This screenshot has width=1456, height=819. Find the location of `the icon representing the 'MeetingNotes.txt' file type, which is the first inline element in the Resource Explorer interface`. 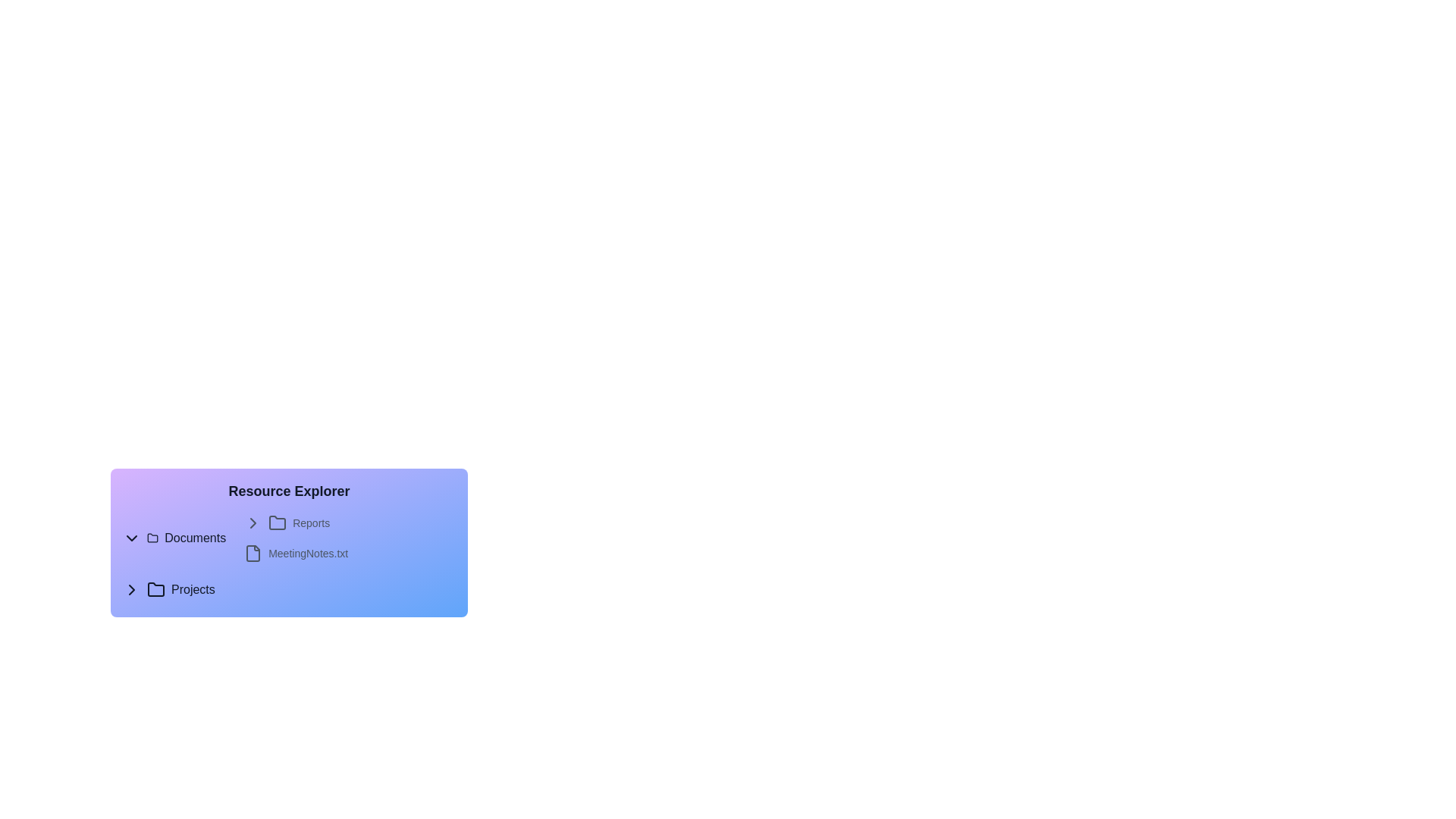

the icon representing the 'MeetingNotes.txt' file type, which is the first inline element in the Resource Explorer interface is located at coordinates (253, 553).